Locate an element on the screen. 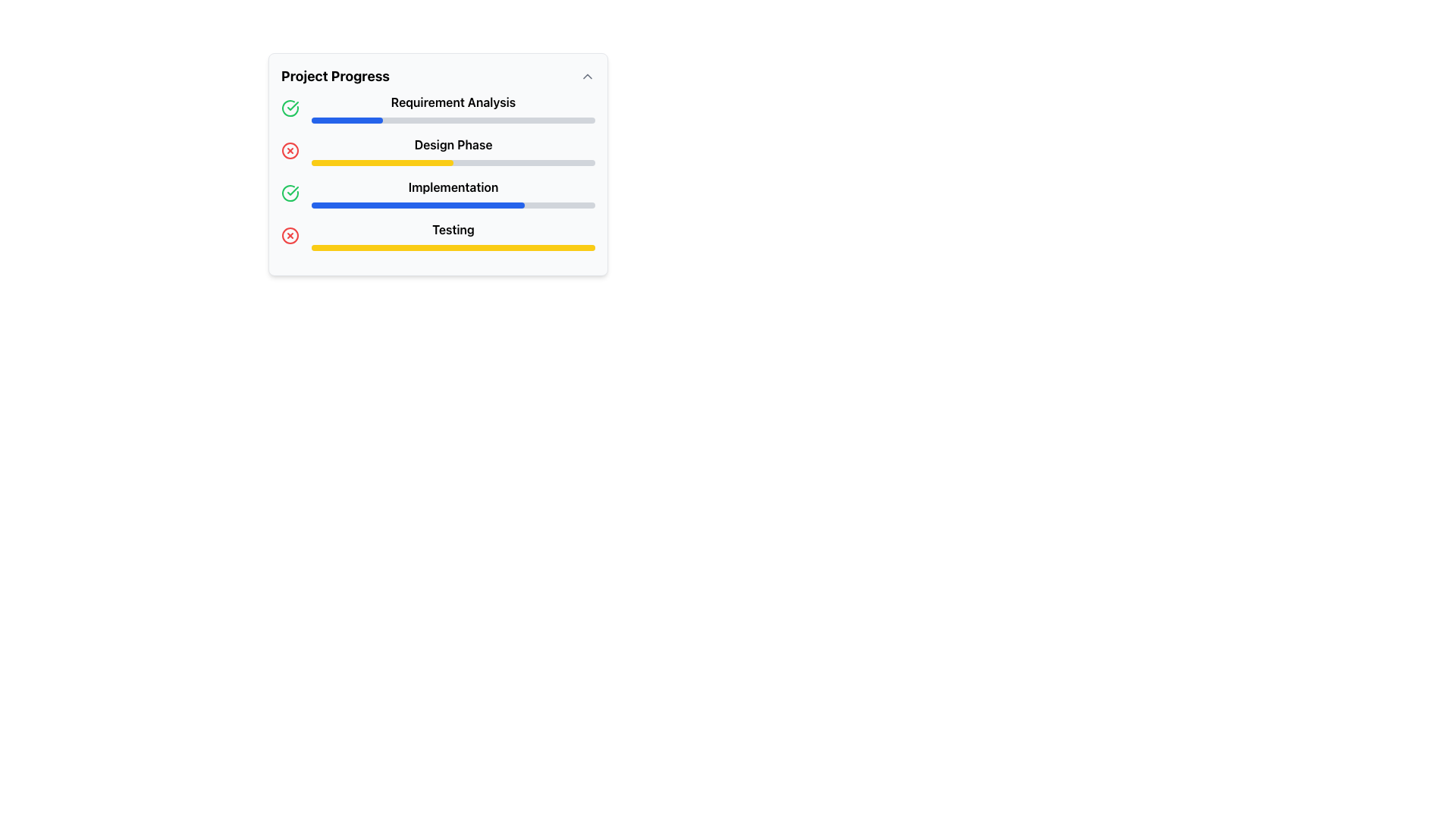  the progress bar that indicates completion for 'Testing', which is the fourth progress bar under 'Project Progress' is located at coordinates (453, 247).